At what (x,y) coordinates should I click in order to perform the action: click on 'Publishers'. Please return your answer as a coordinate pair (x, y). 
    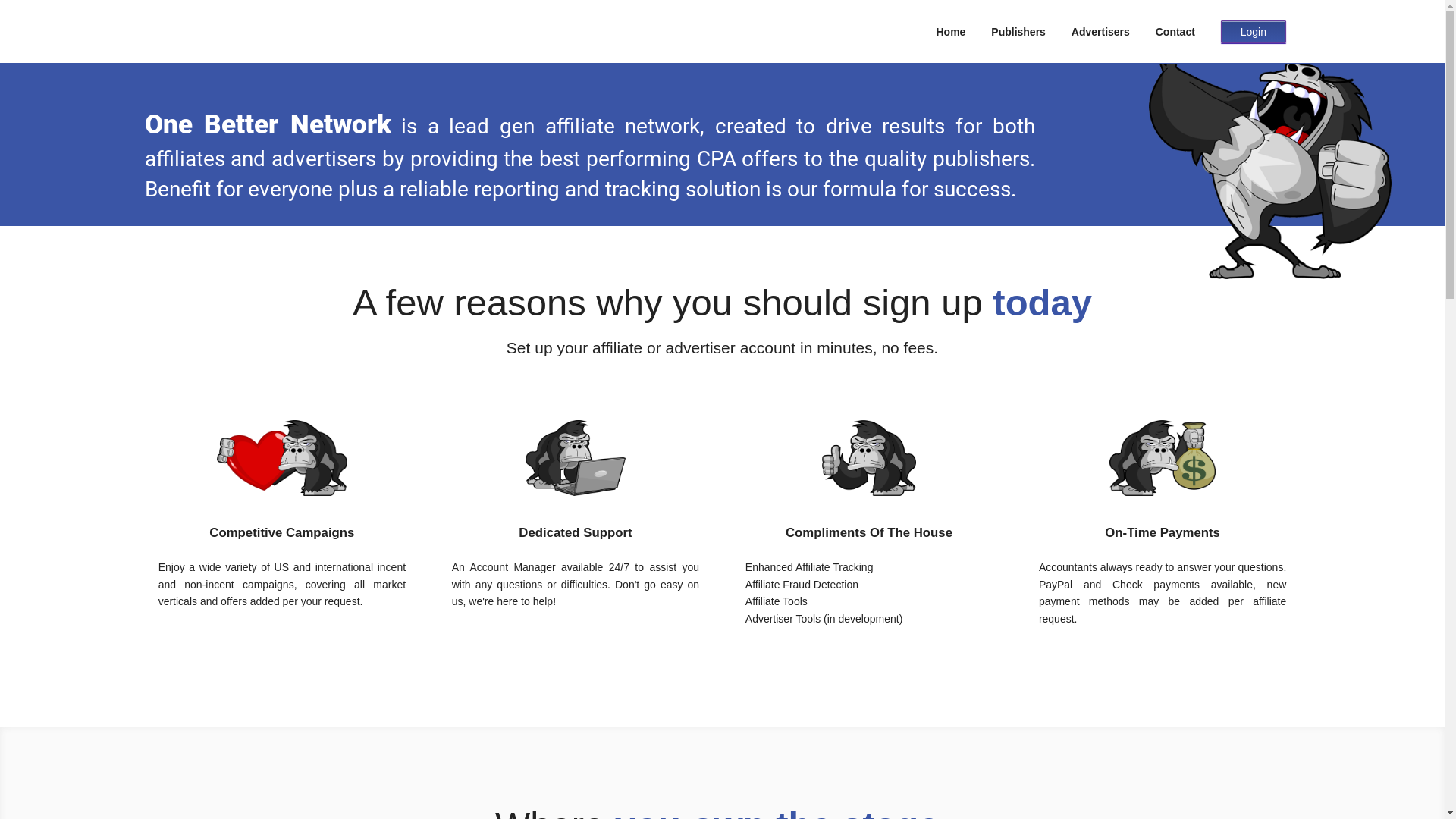
    Looking at the image, I should click on (990, 32).